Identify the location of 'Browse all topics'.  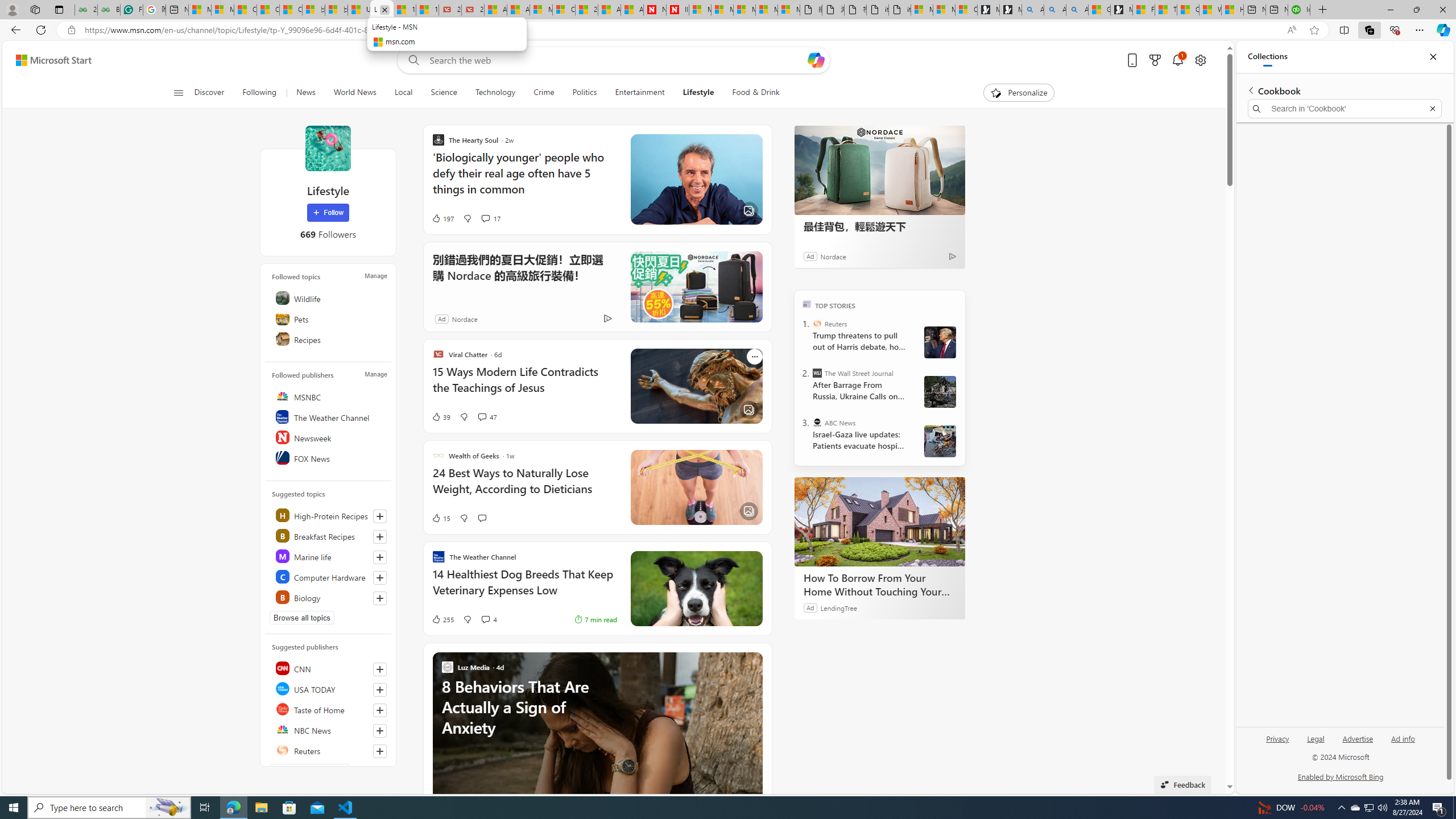
(301, 617).